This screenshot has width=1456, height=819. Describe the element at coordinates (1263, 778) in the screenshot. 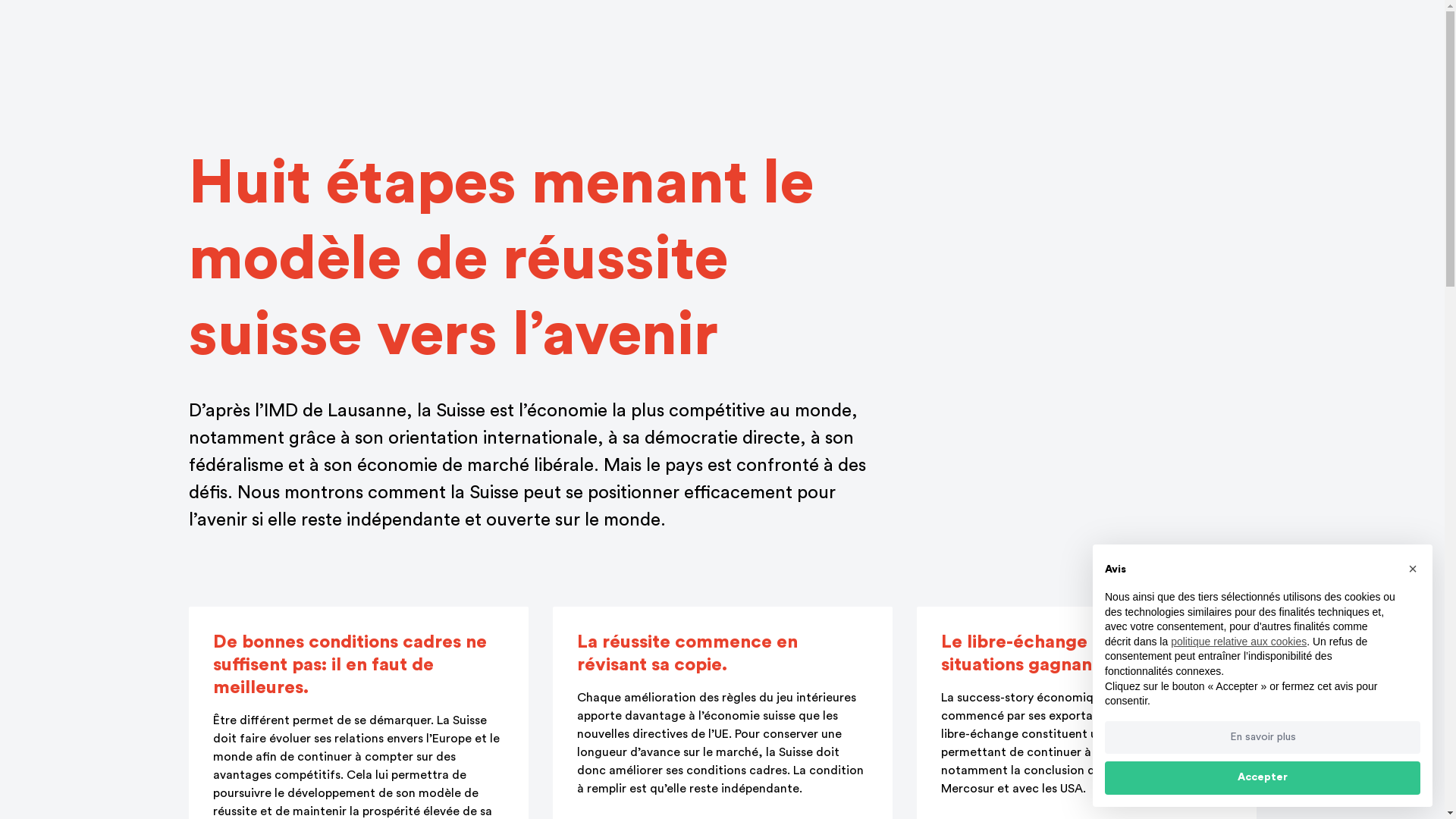

I see `'Accepter'` at that location.